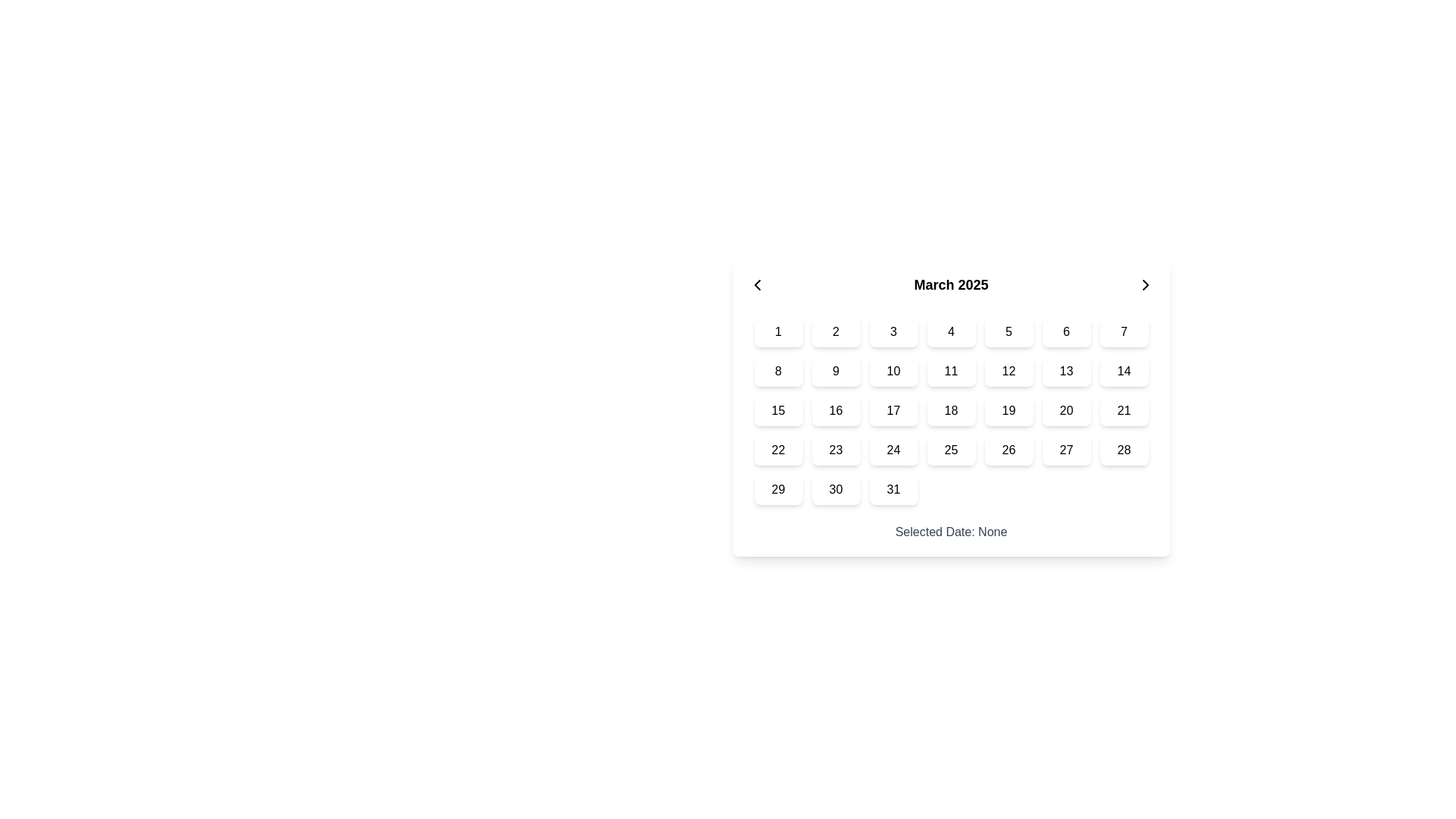  Describe the element at coordinates (835, 371) in the screenshot. I see `the selectable date button in the calendar interface, which is the second item in the second row of a 7-column grid layout` at that location.